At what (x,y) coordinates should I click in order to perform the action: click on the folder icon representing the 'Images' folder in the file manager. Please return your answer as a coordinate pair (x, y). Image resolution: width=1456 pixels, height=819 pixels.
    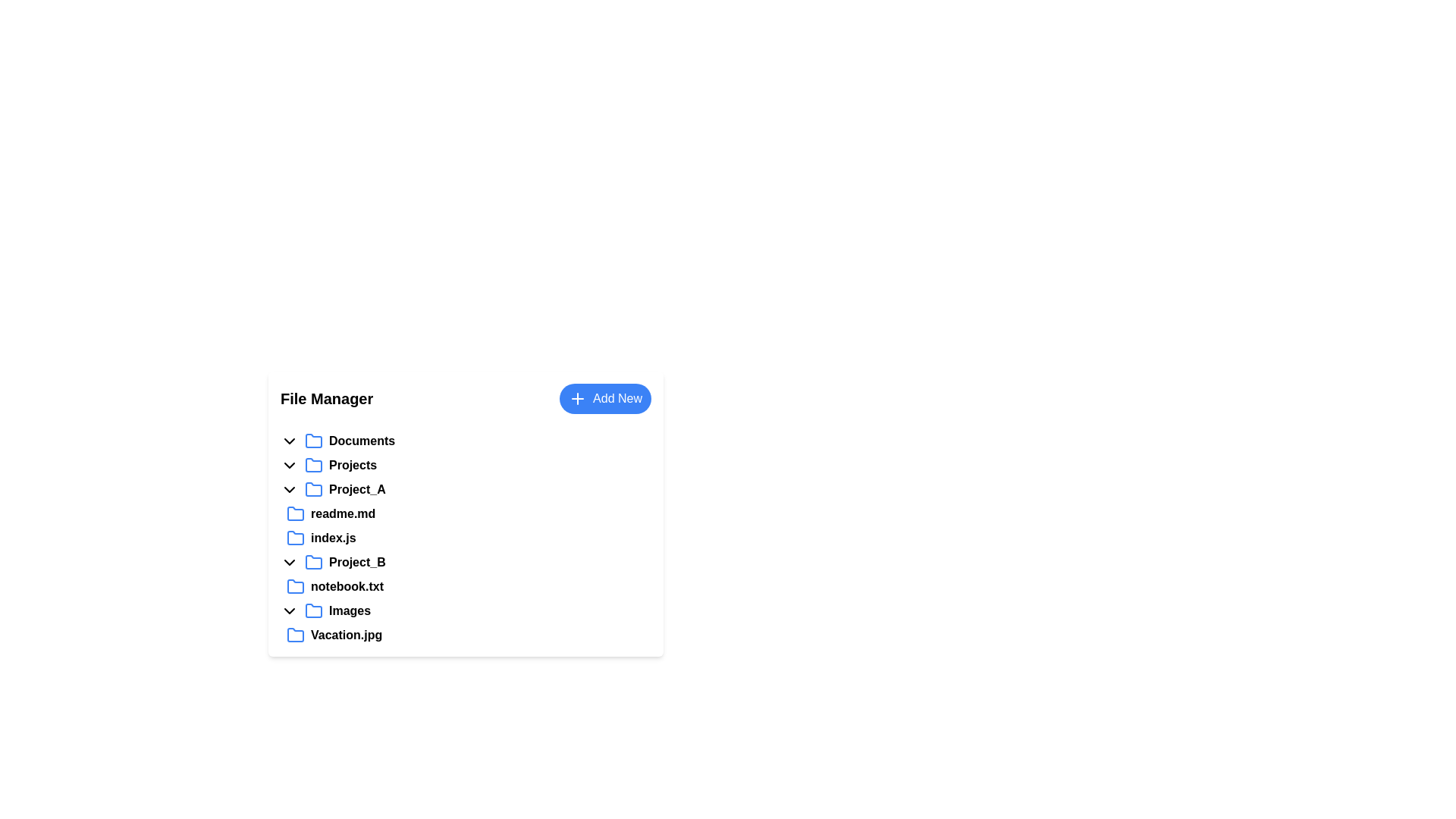
    Looking at the image, I should click on (312, 610).